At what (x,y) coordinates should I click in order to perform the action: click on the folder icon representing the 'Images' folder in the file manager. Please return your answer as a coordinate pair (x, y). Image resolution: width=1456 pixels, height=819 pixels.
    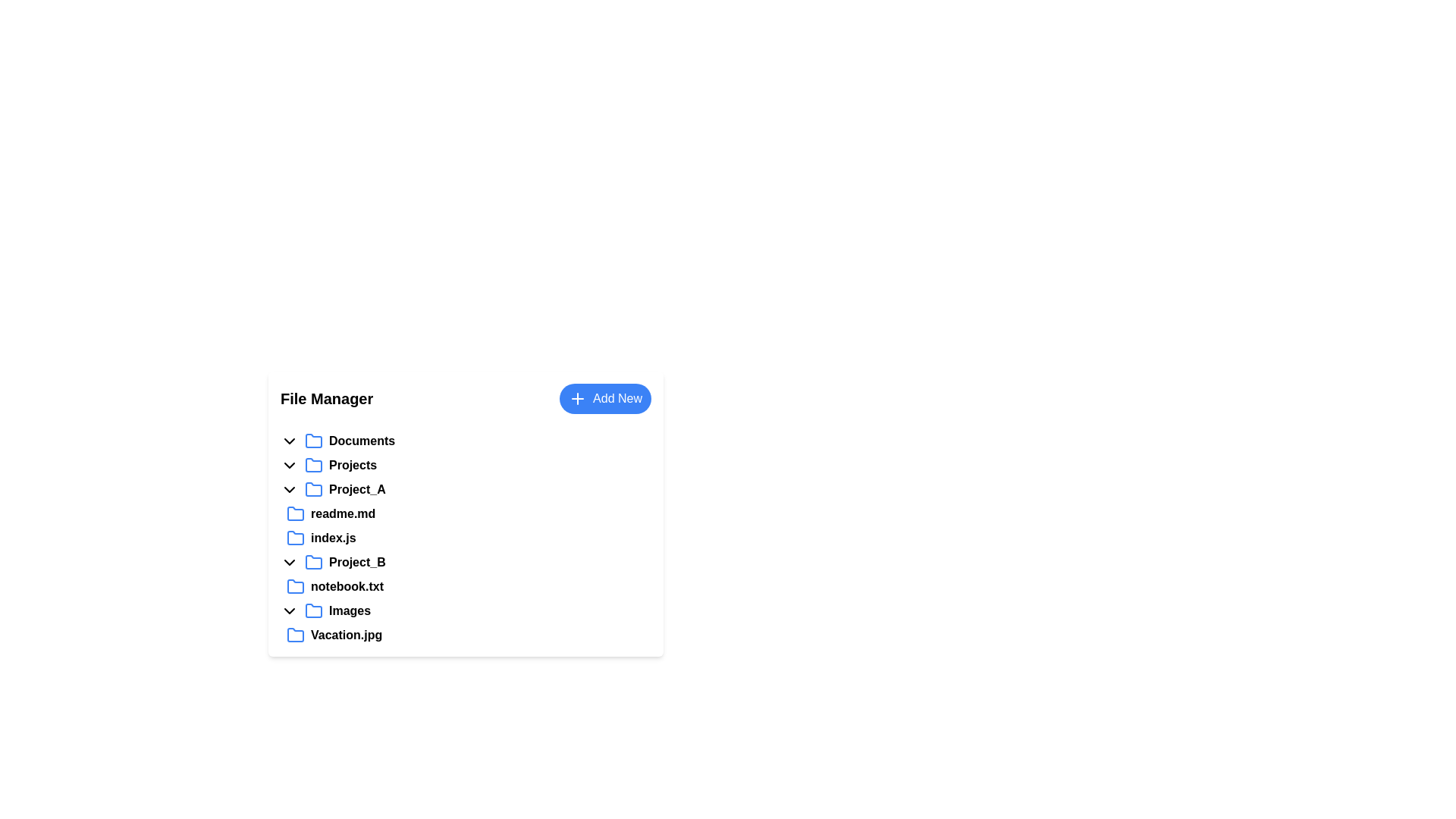
    Looking at the image, I should click on (312, 610).